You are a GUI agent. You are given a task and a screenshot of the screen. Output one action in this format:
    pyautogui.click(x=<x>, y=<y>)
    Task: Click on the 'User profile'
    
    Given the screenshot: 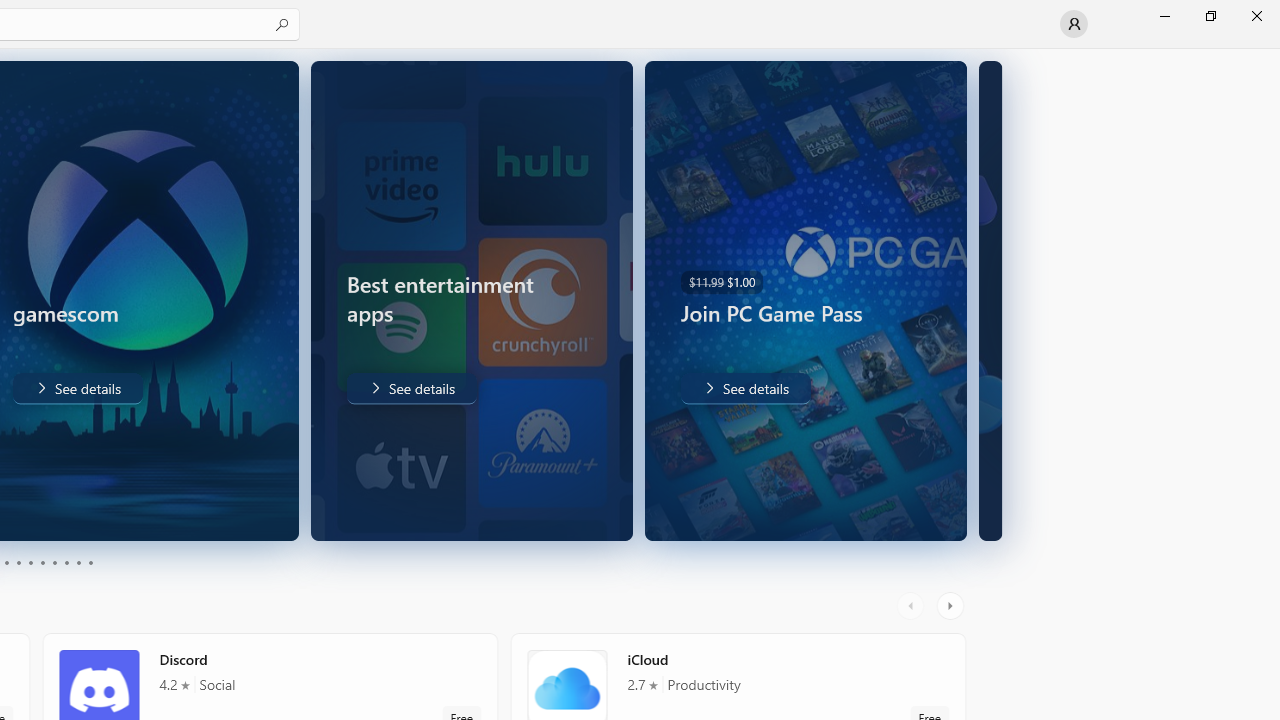 What is the action you would take?
    pyautogui.click(x=1072, y=24)
    